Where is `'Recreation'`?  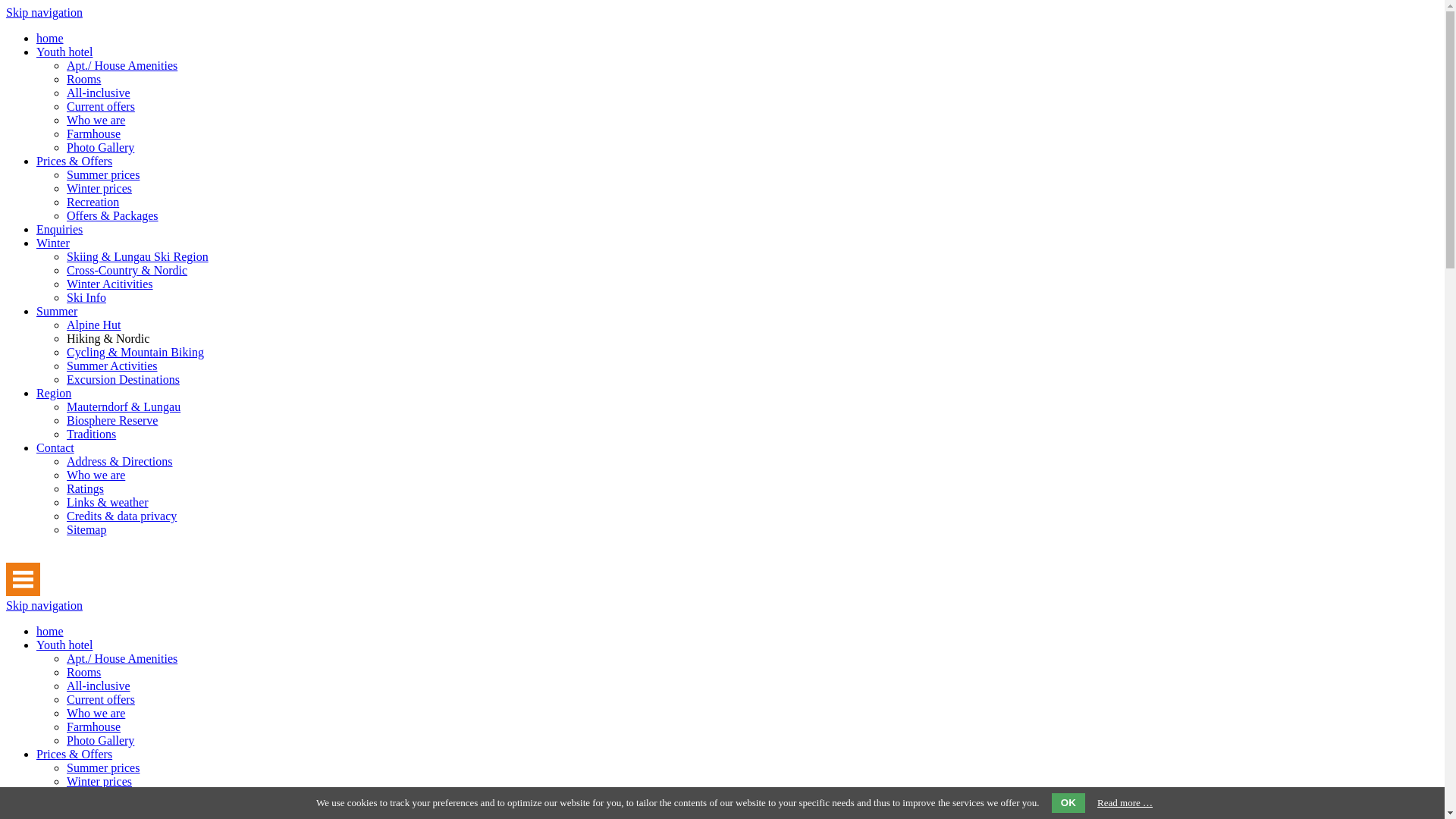
'Recreation' is located at coordinates (92, 201).